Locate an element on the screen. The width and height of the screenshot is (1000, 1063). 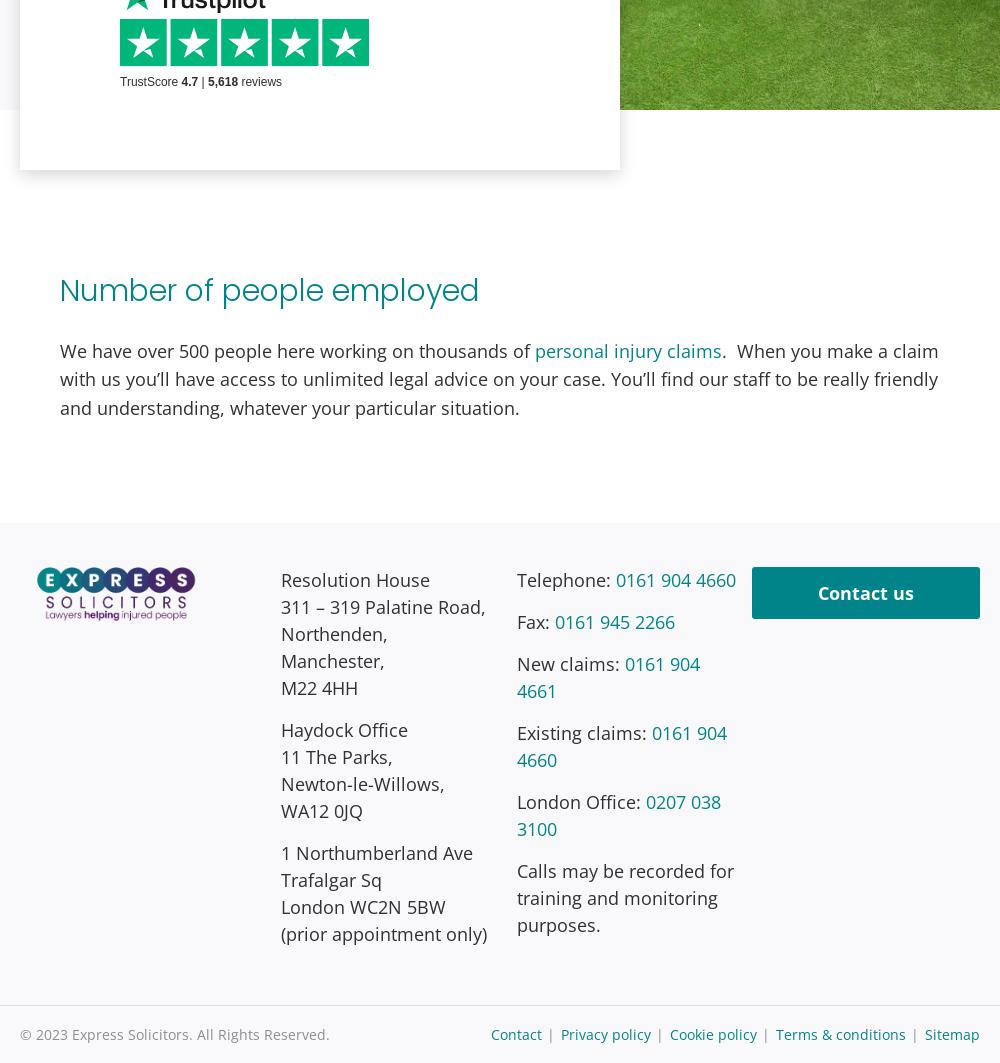
'Fax:' is located at coordinates (535, 620).